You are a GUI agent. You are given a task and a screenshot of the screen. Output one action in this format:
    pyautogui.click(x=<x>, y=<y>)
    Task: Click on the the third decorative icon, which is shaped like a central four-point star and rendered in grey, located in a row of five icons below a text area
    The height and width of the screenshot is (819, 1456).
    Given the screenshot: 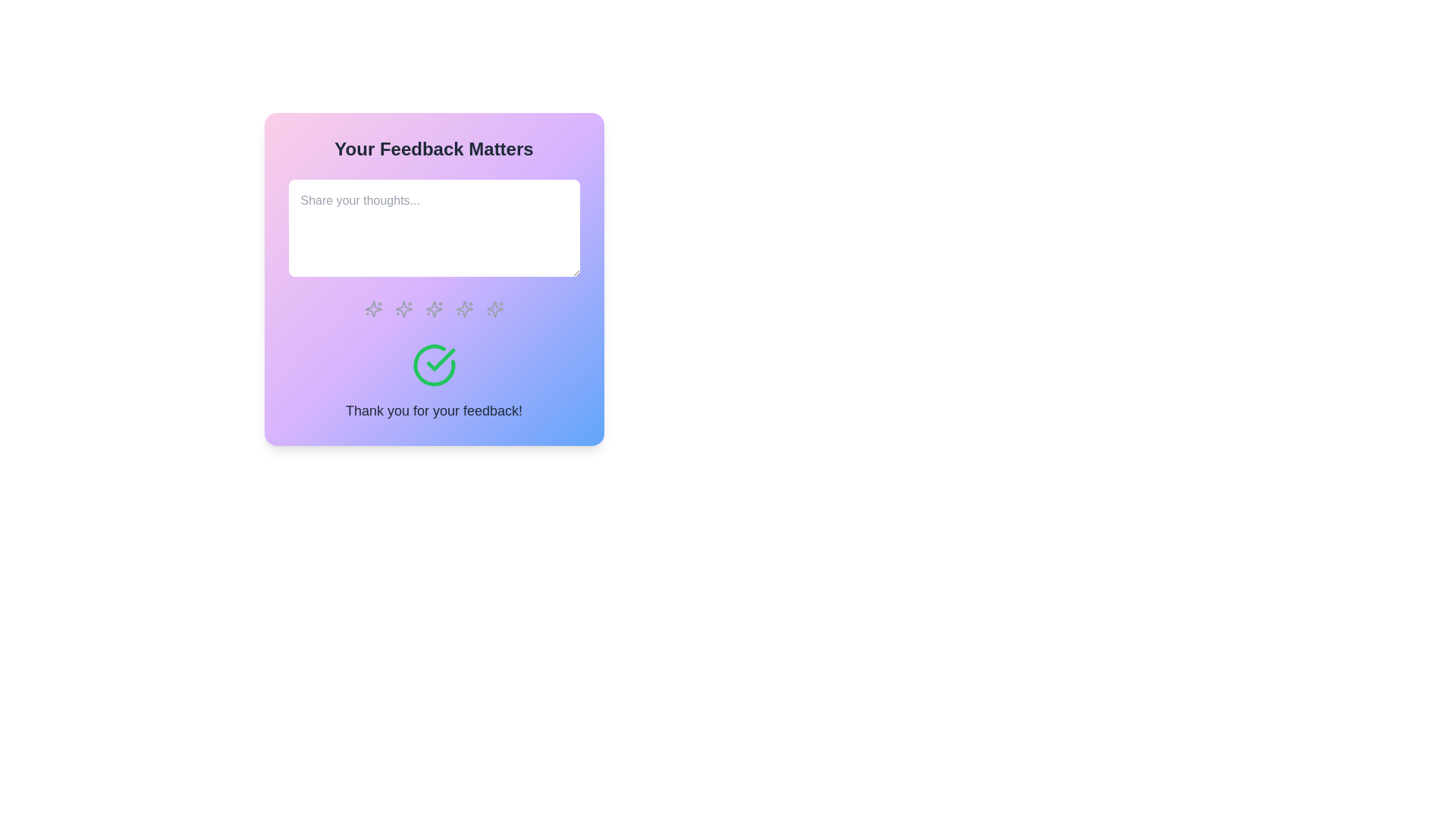 What is the action you would take?
    pyautogui.click(x=433, y=309)
    